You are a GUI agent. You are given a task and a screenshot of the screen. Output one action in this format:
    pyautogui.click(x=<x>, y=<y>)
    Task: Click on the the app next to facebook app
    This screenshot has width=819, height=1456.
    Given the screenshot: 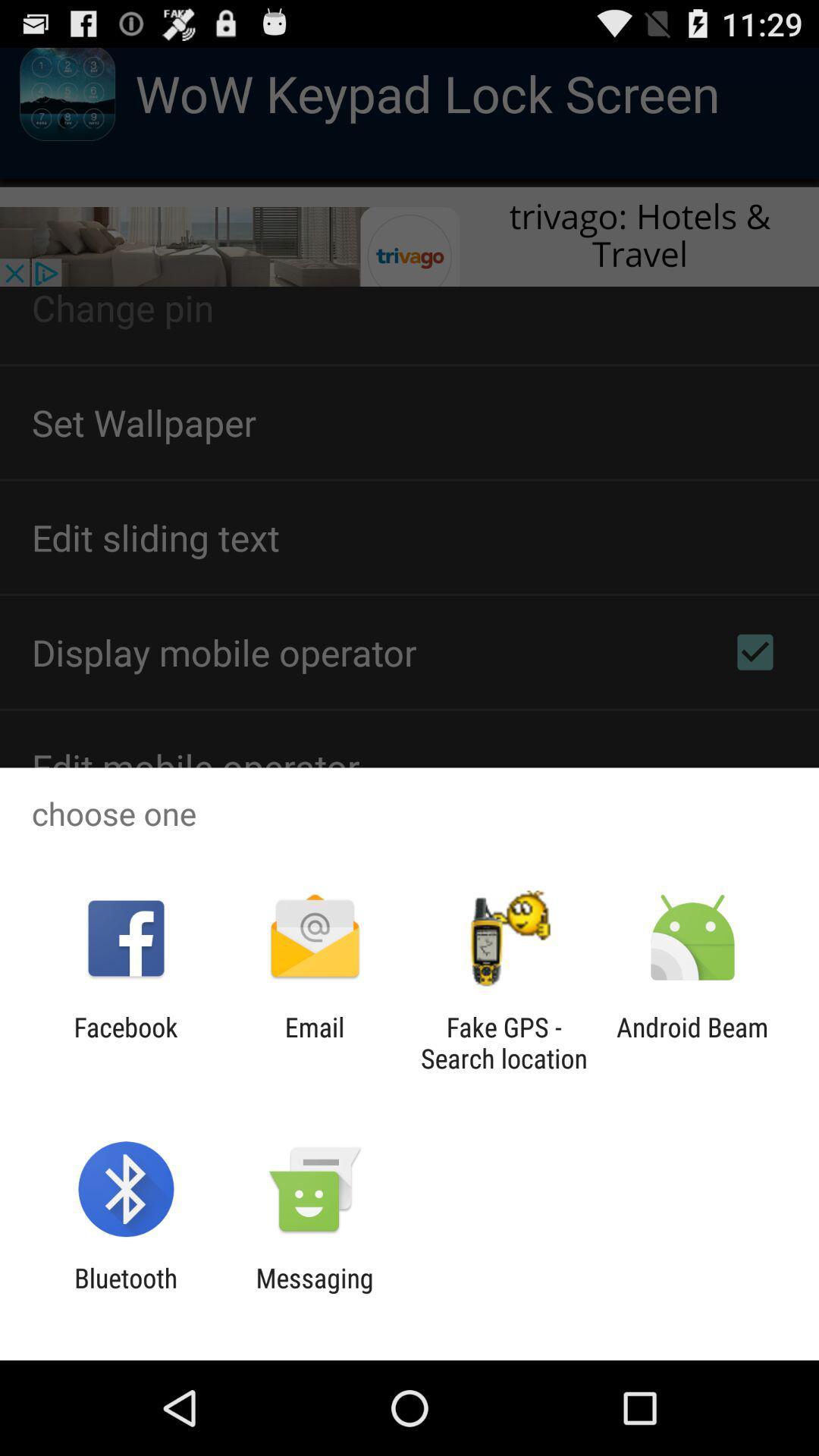 What is the action you would take?
    pyautogui.click(x=314, y=1042)
    